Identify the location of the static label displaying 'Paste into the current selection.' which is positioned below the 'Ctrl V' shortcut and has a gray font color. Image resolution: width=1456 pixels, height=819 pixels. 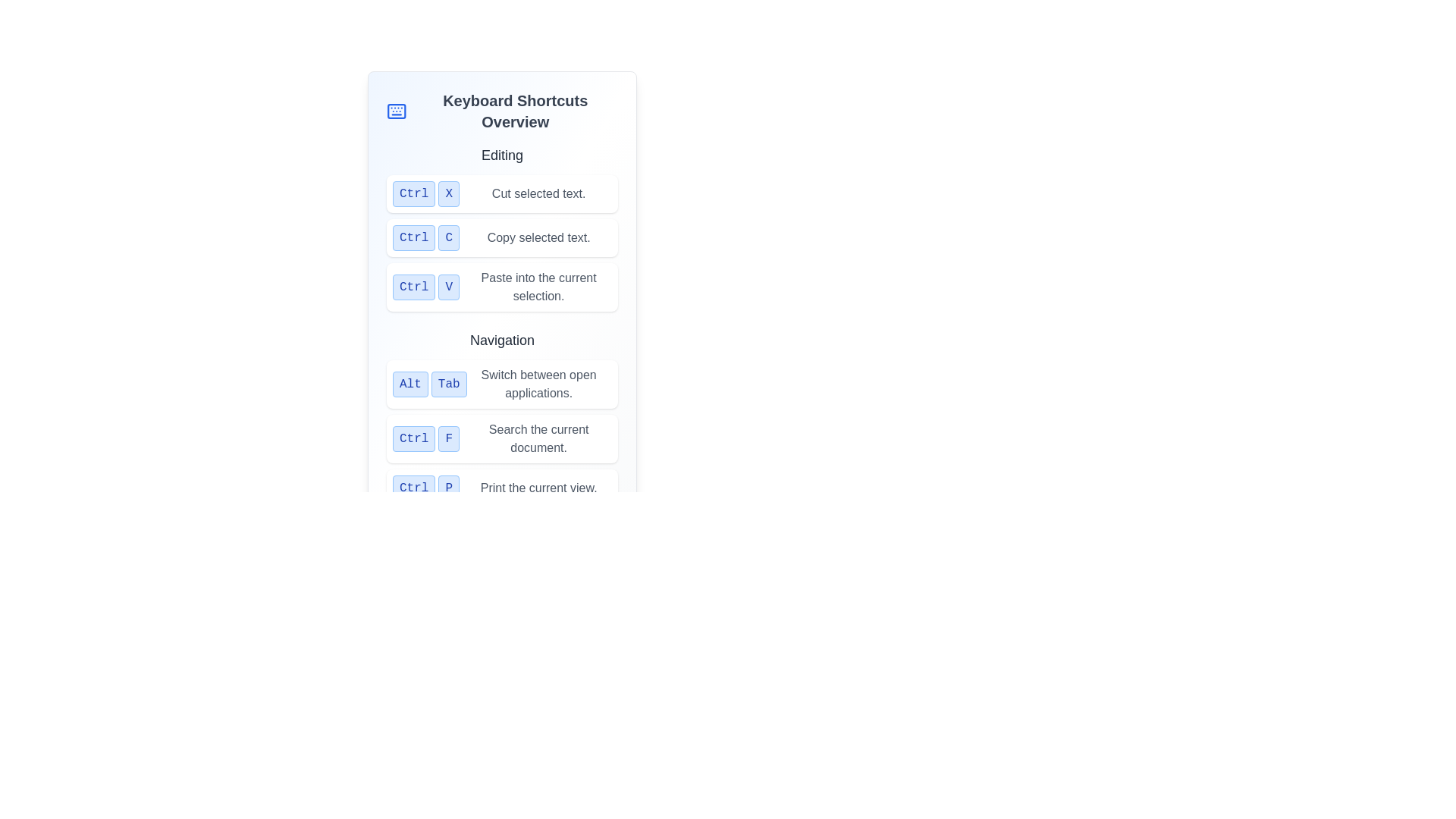
(538, 287).